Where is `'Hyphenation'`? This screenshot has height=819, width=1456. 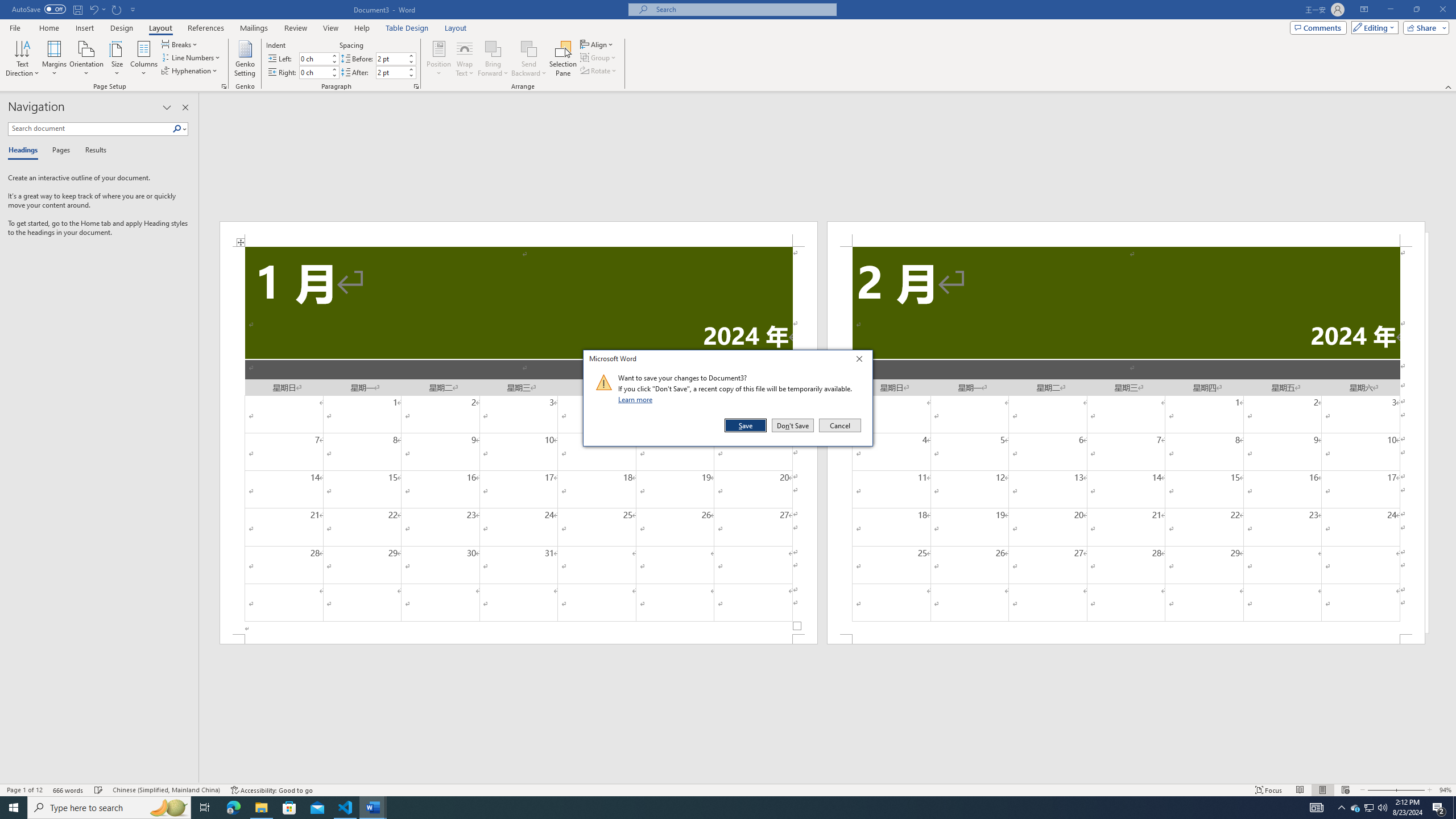
'Hyphenation' is located at coordinates (190, 69).